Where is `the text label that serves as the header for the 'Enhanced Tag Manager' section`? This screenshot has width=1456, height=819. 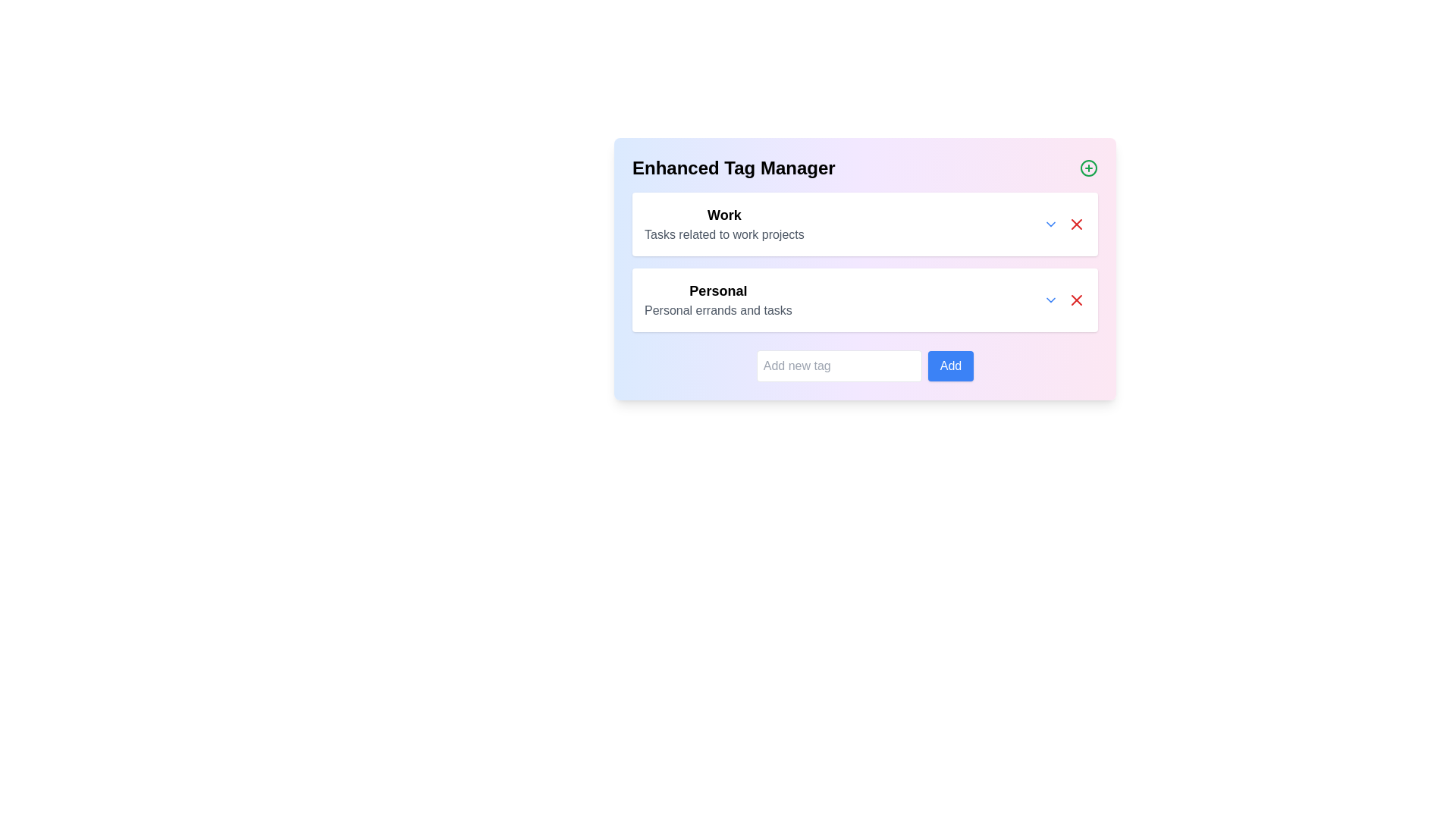 the text label that serves as the header for the 'Enhanced Tag Manager' section is located at coordinates (733, 168).